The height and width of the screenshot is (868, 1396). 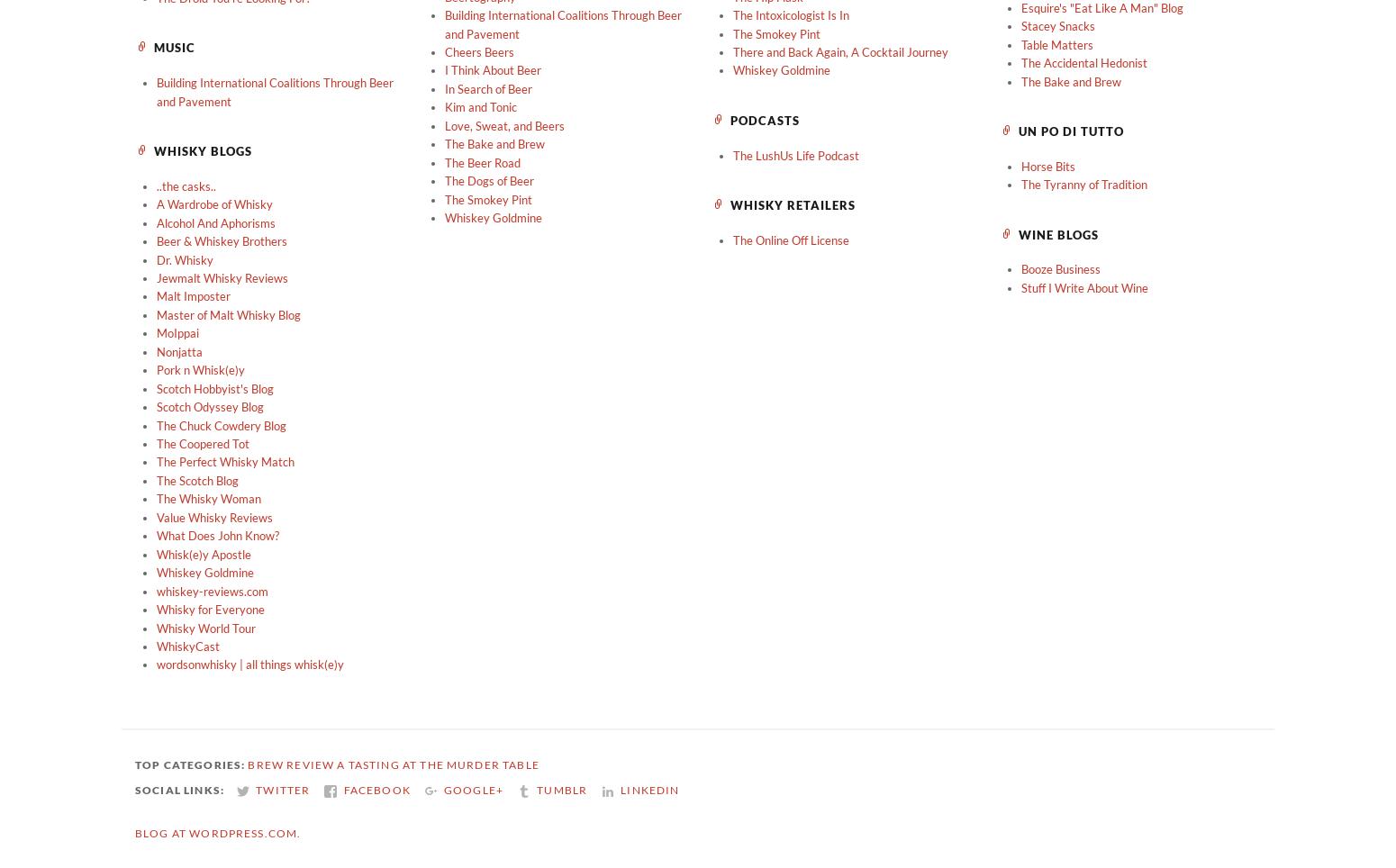 I want to click on 'Esquire's "Eat Like A Man" Blog', so click(x=1102, y=6).